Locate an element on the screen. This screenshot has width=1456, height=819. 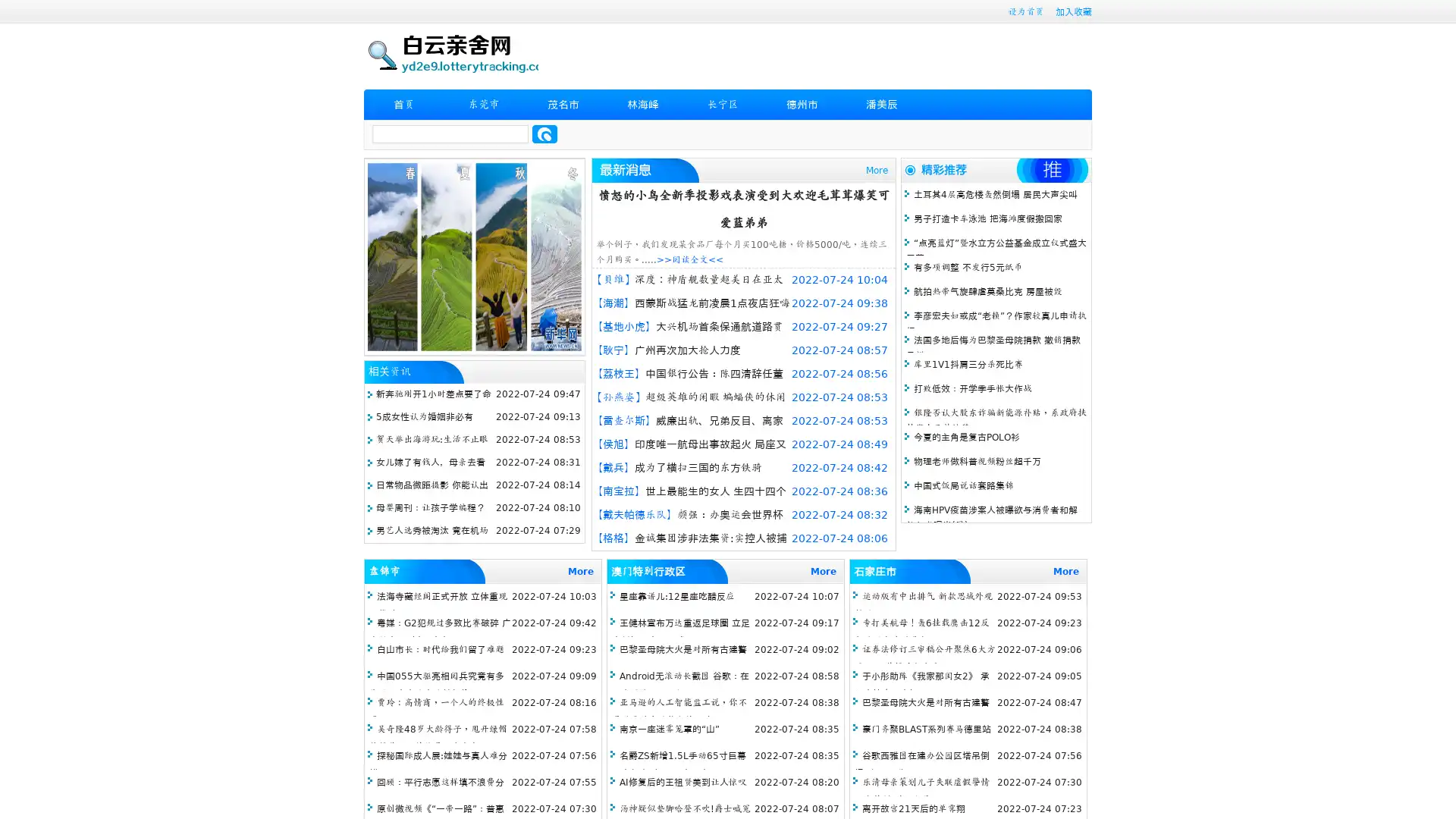
Search is located at coordinates (544, 133).